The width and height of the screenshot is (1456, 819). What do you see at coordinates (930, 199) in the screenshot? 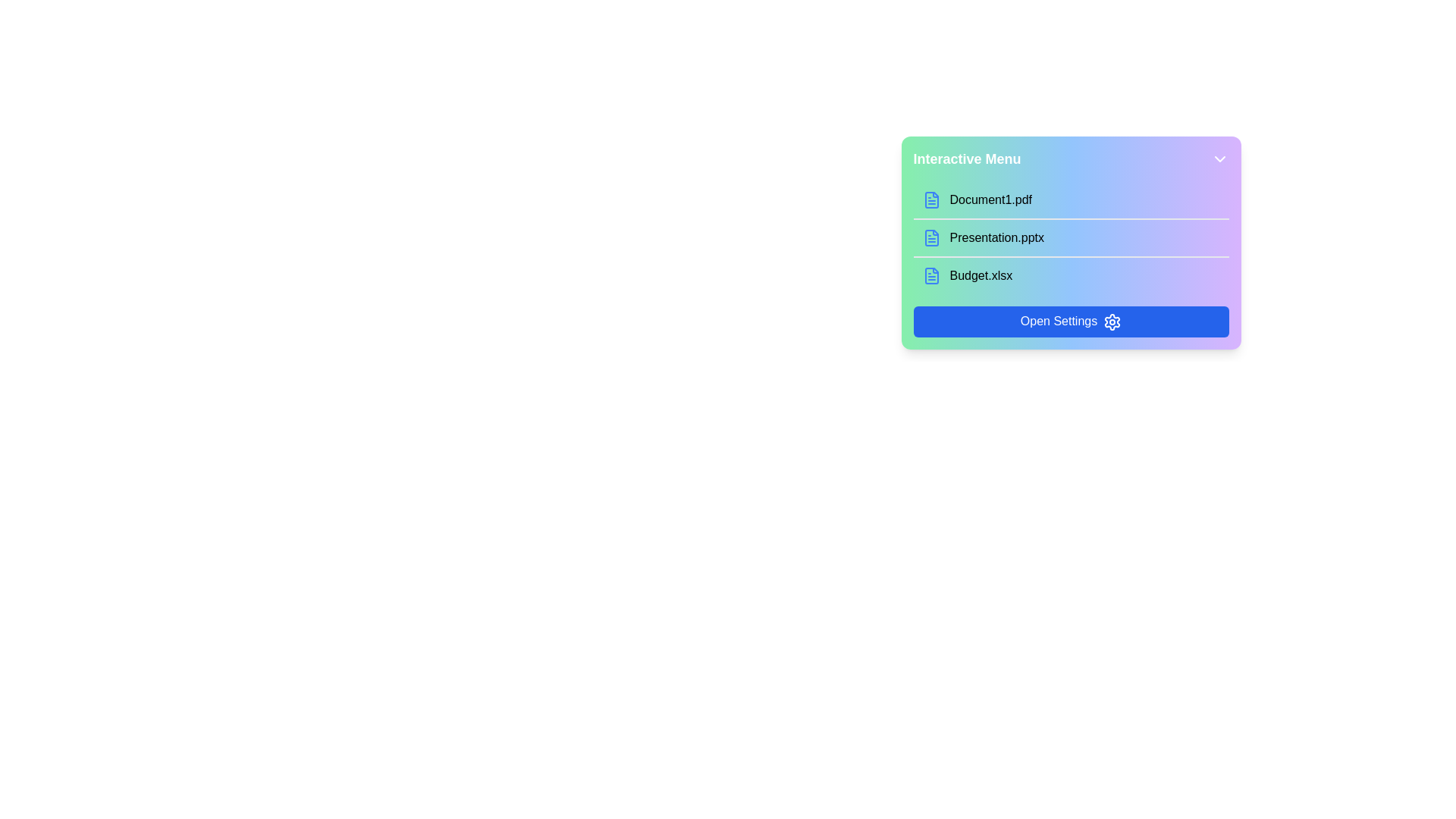
I see `the blue document icon, which is the first icon in the interactive menu, to interact with it` at bounding box center [930, 199].